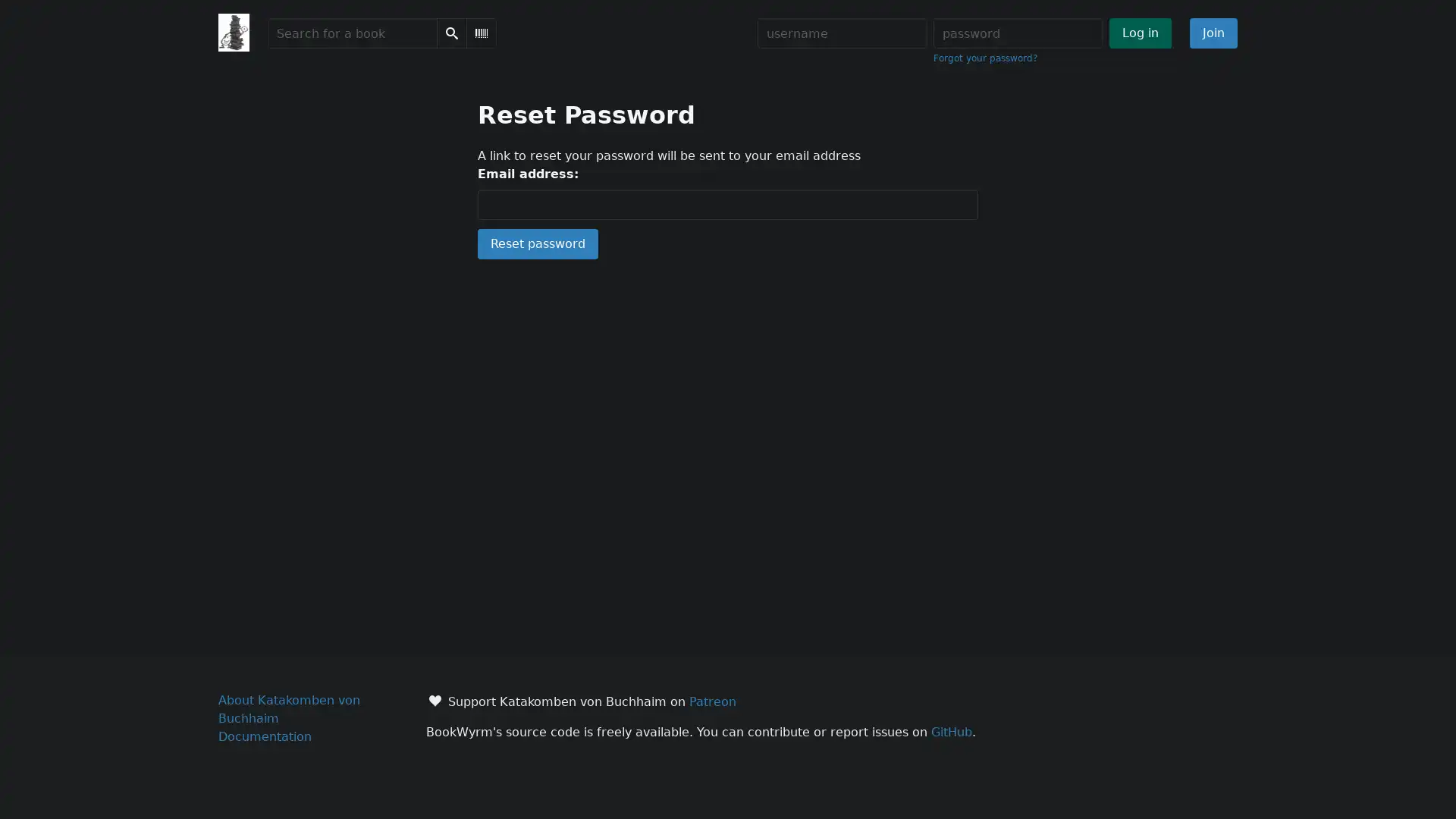 This screenshot has width=1456, height=819. Describe the element at coordinates (538, 243) in the screenshot. I see `Reset password` at that location.